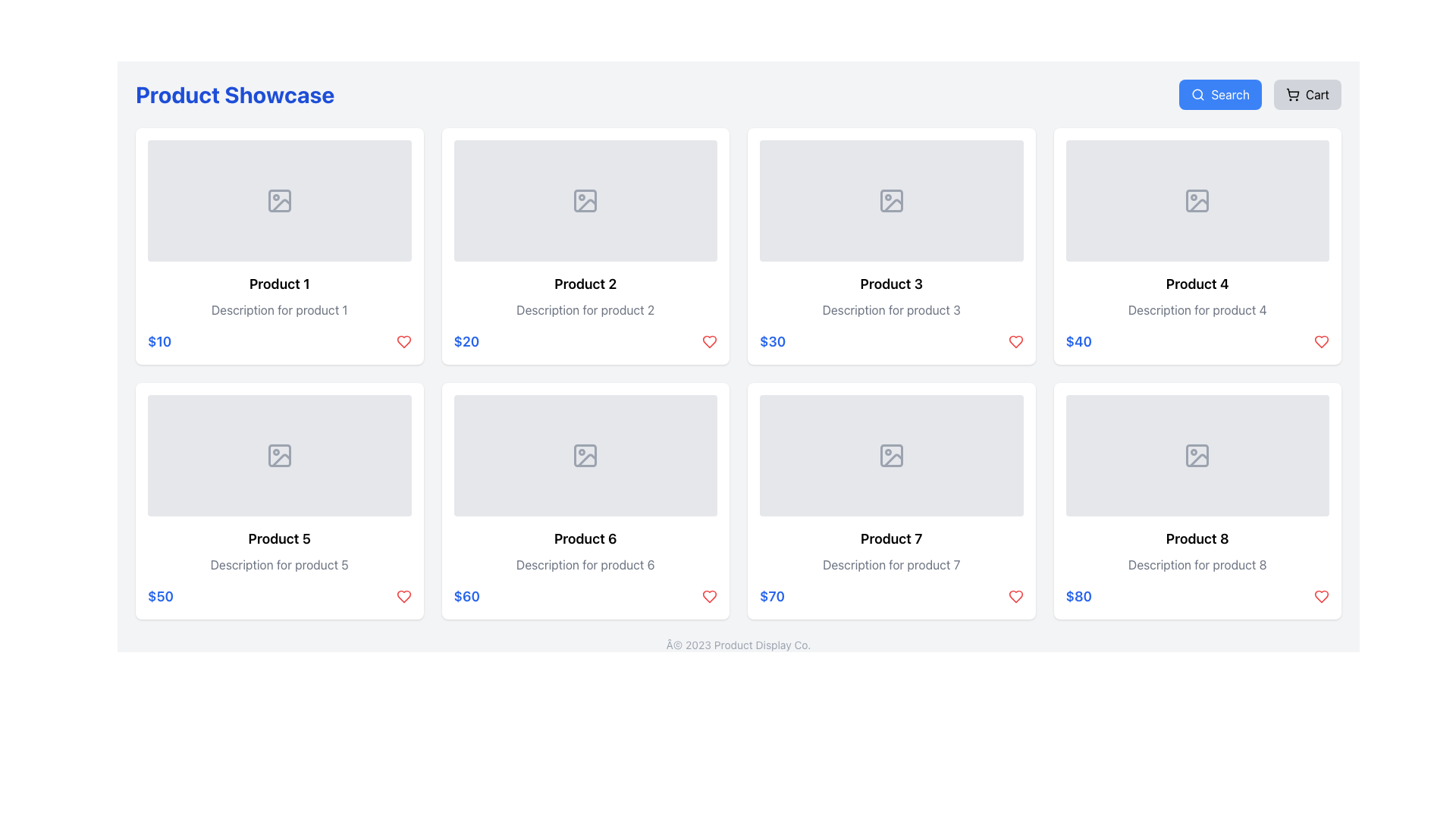  What do you see at coordinates (891, 309) in the screenshot?
I see `description text block located below the title 'Product 3' and above the price label in the product card` at bounding box center [891, 309].